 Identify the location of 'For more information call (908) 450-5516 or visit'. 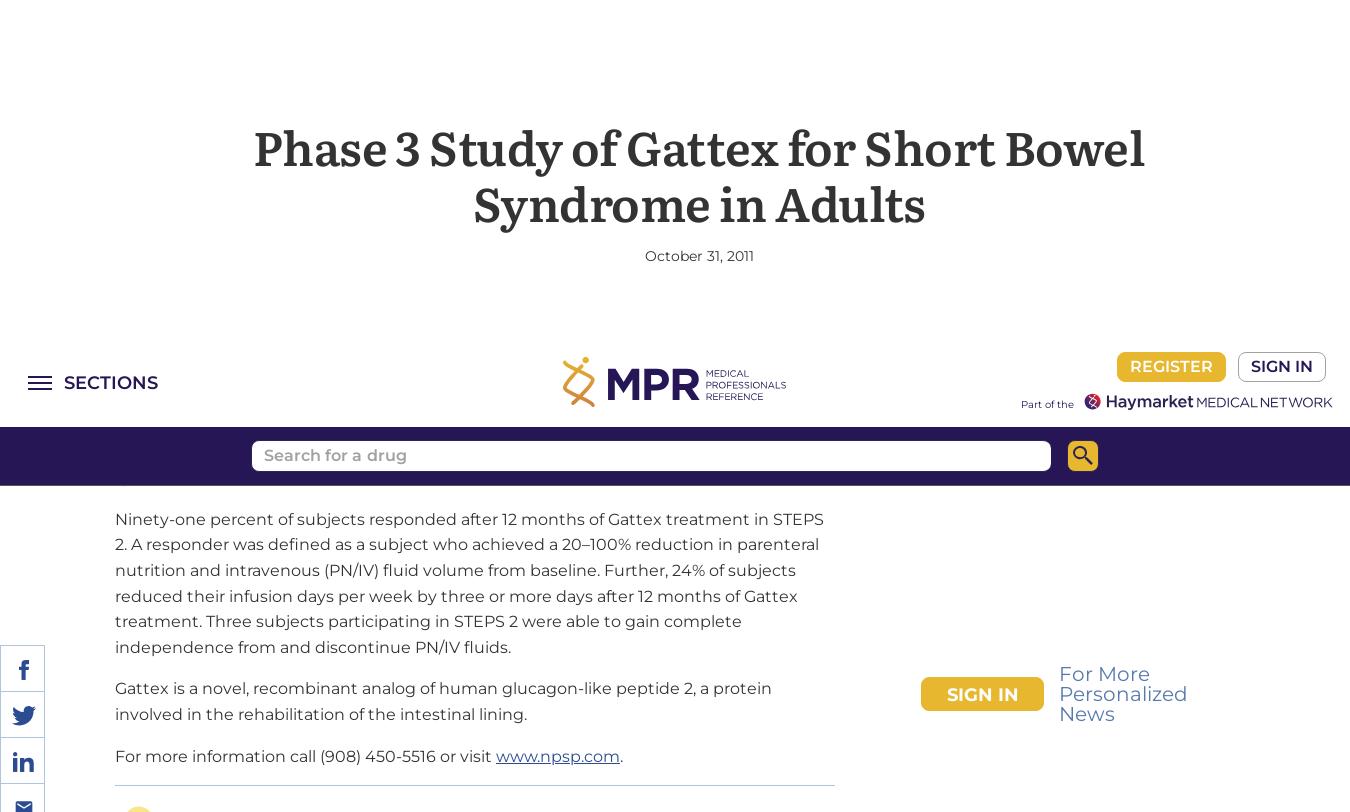
(115, 483).